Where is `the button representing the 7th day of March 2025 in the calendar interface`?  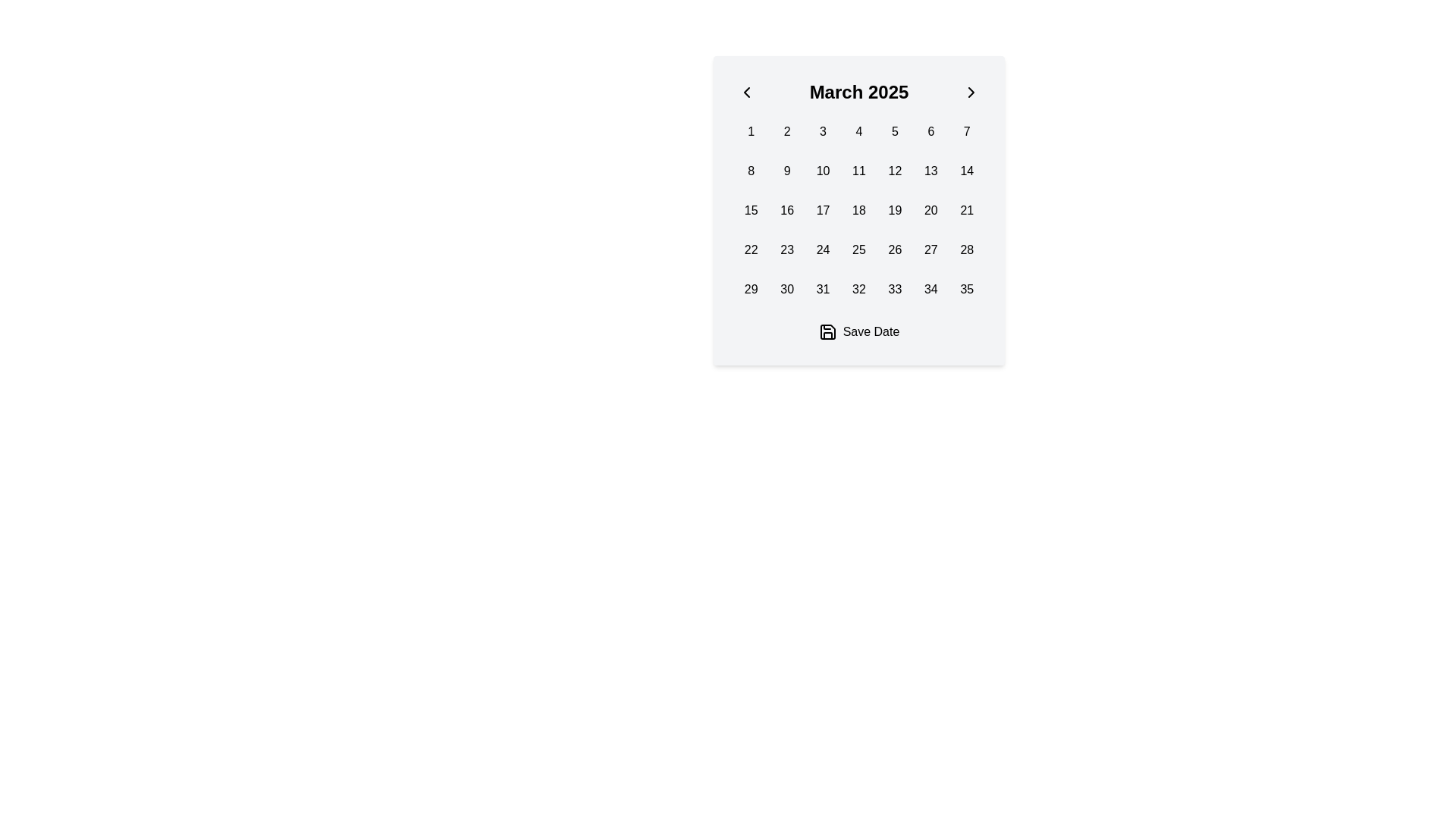 the button representing the 7th day of March 2025 in the calendar interface is located at coordinates (966, 130).